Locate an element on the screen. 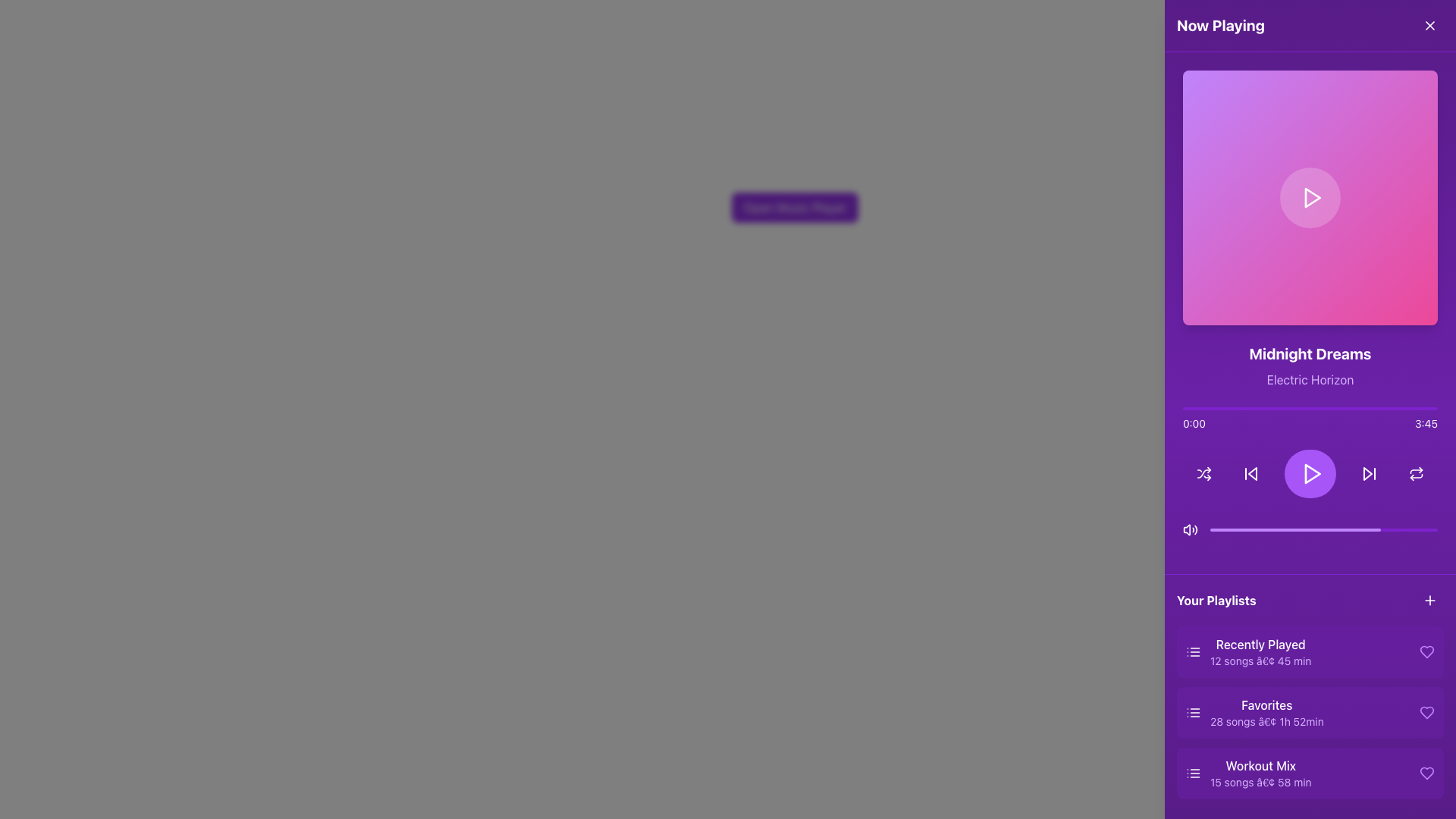  media playback progress is located at coordinates (1343, 529).